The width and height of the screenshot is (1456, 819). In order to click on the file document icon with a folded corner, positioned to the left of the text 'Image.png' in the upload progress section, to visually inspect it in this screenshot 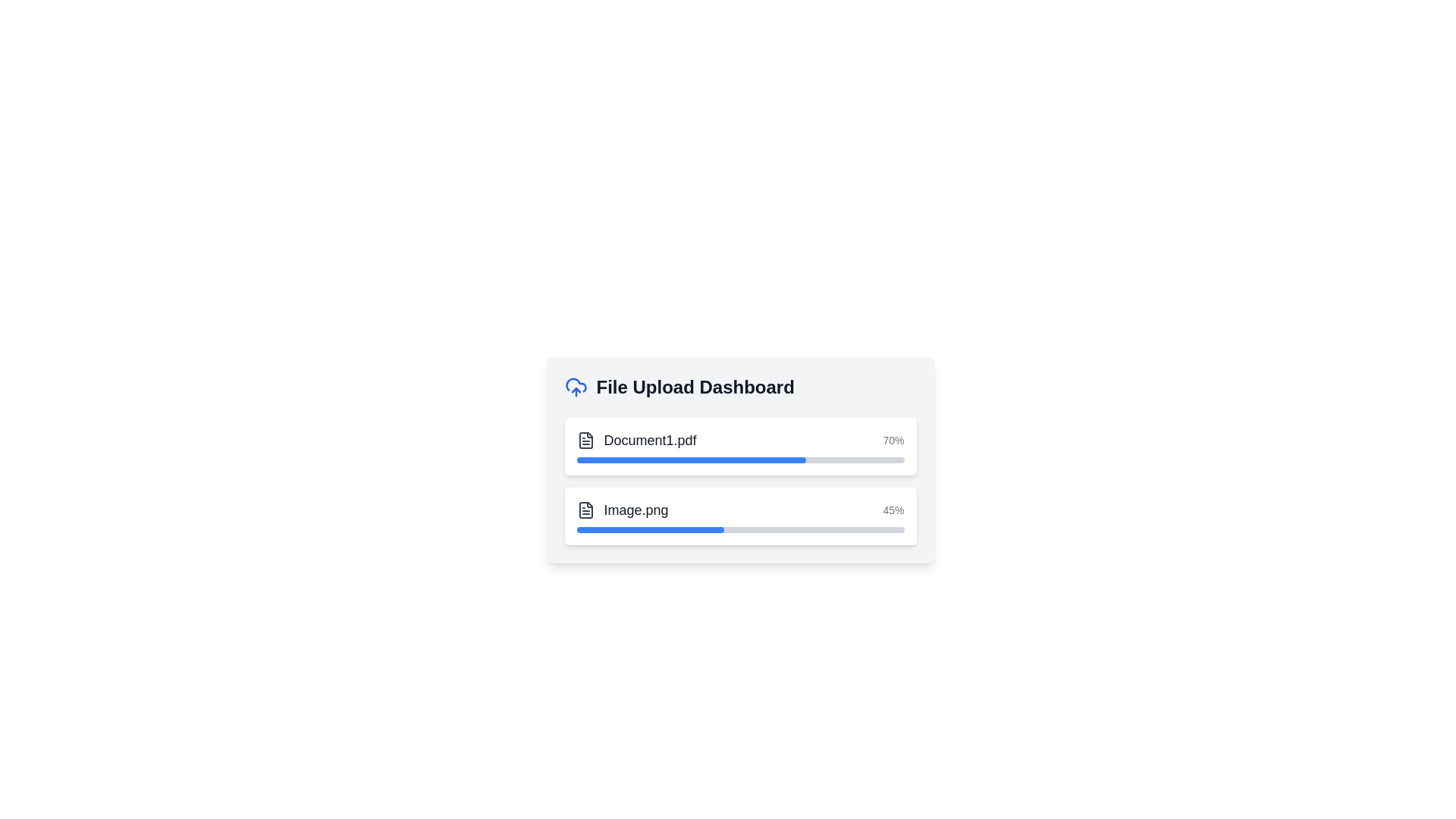, I will do `click(585, 510)`.